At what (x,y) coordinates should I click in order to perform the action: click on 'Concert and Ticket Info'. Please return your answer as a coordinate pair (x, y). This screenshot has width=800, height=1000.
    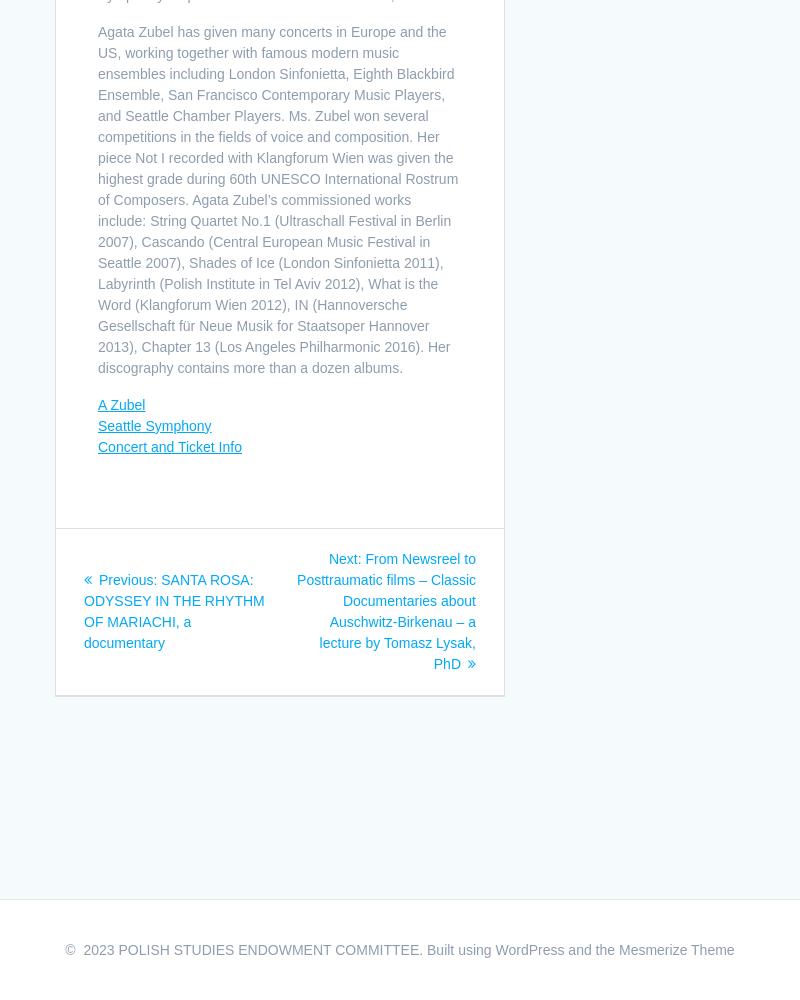
    Looking at the image, I should click on (168, 445).